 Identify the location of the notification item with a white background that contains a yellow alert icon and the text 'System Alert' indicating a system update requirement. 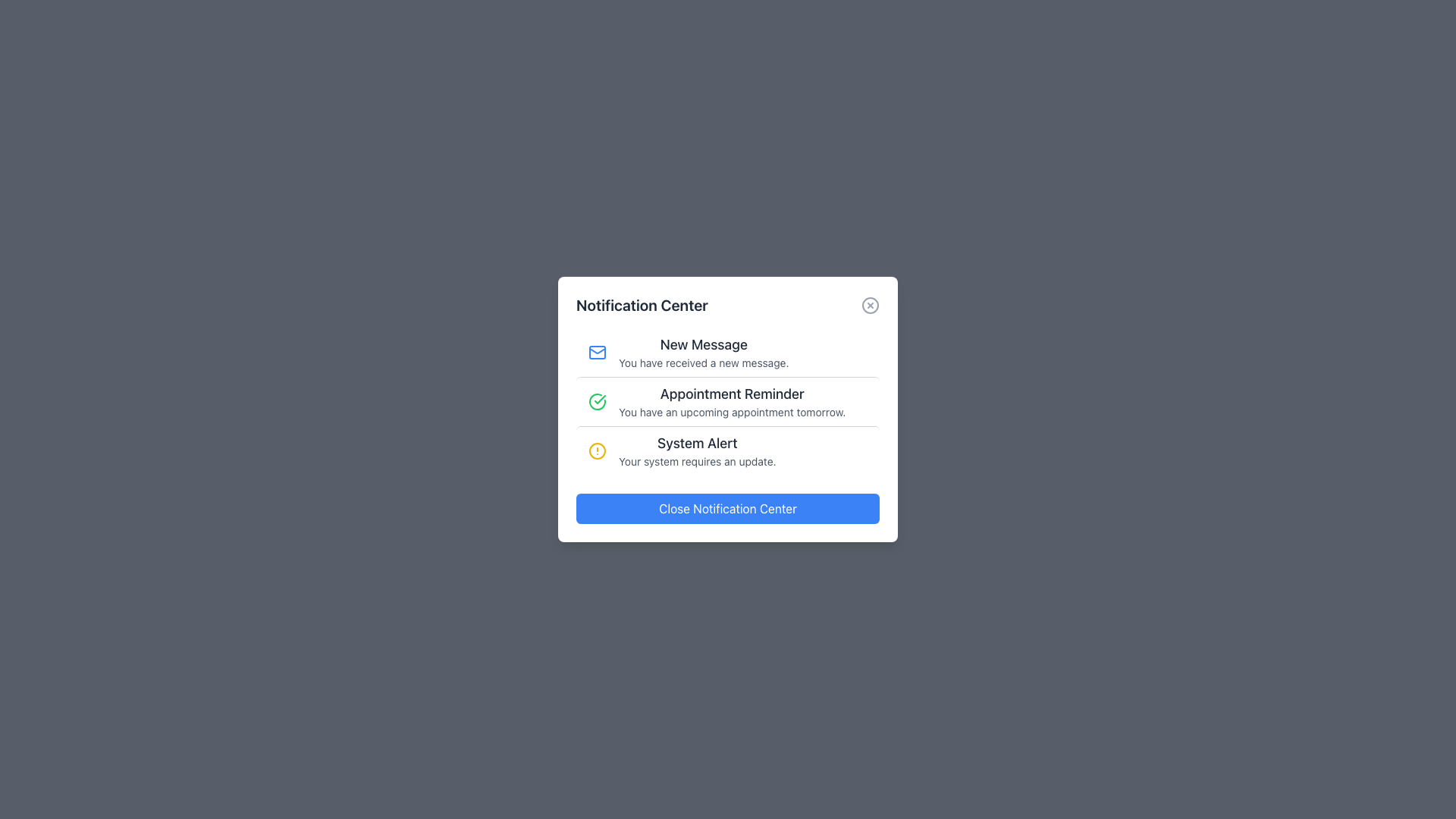
(728, 450).